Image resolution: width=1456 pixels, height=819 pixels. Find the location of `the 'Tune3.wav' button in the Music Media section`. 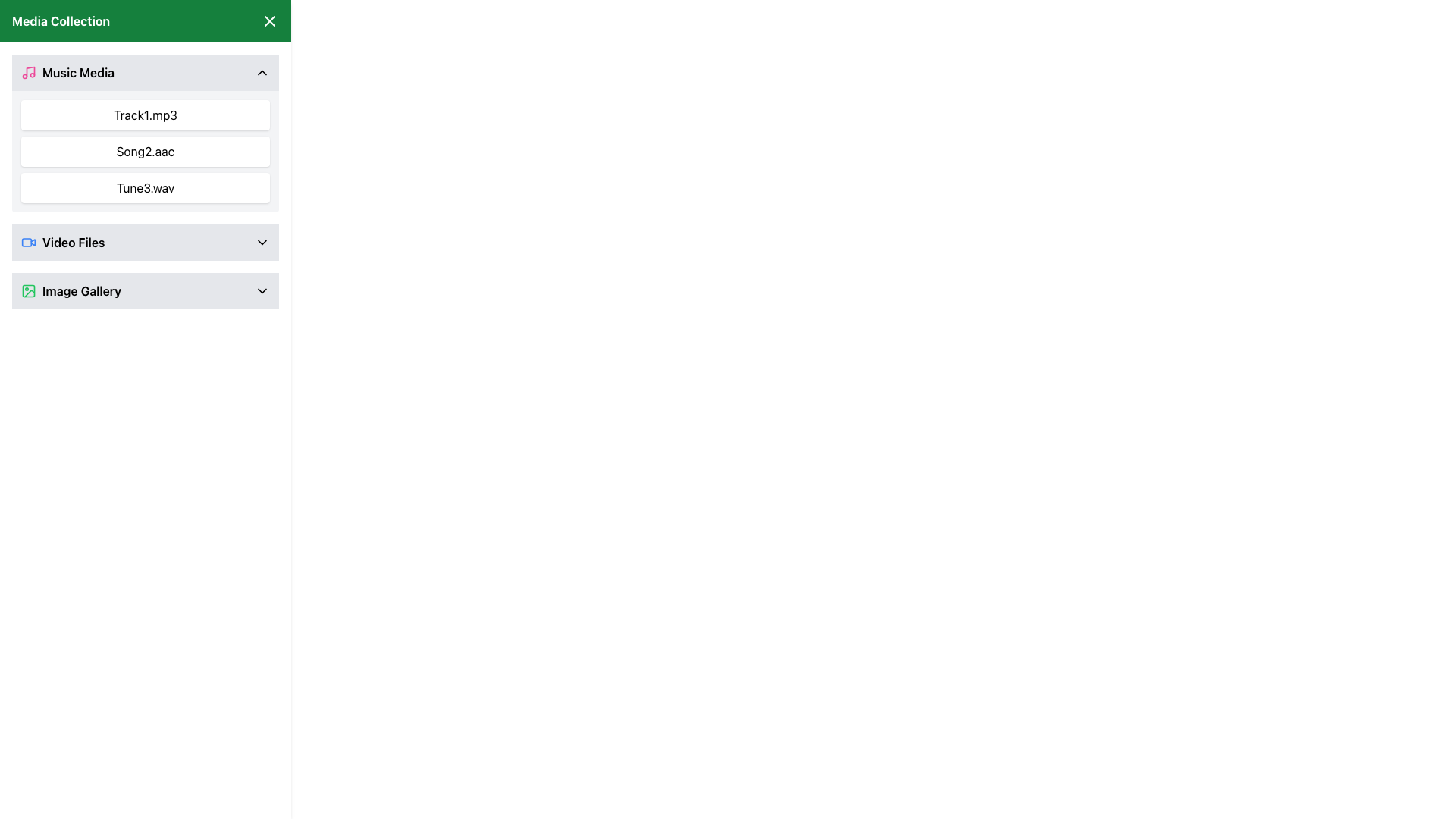

the 'Tune3.wav' button in the Music Media section is located at coordinates (146, 187).